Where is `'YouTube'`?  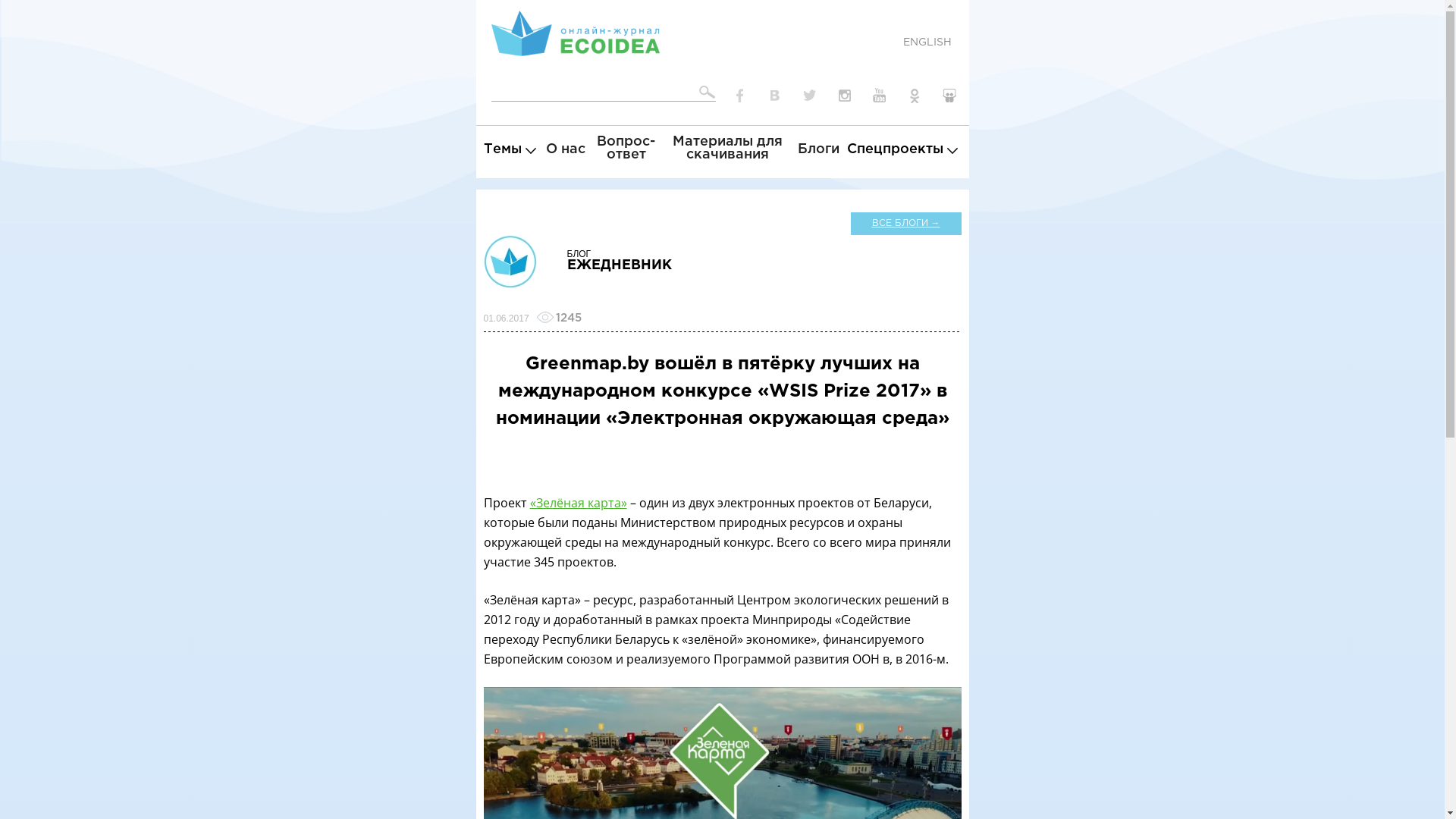 'YouTube' is located at coordinates (880, 96).